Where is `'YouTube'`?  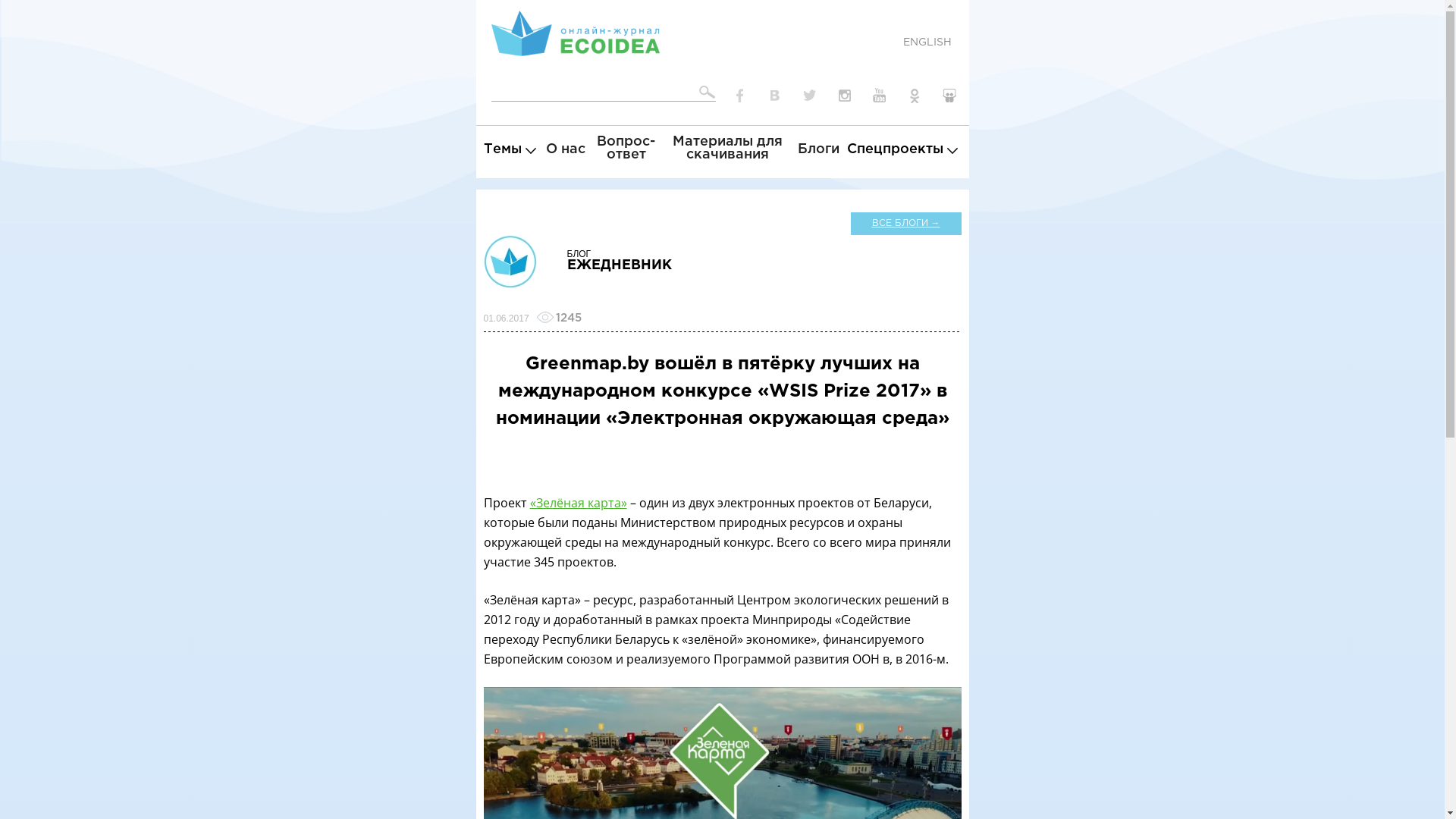 'YouTube' is located at coordinates (880, 96).